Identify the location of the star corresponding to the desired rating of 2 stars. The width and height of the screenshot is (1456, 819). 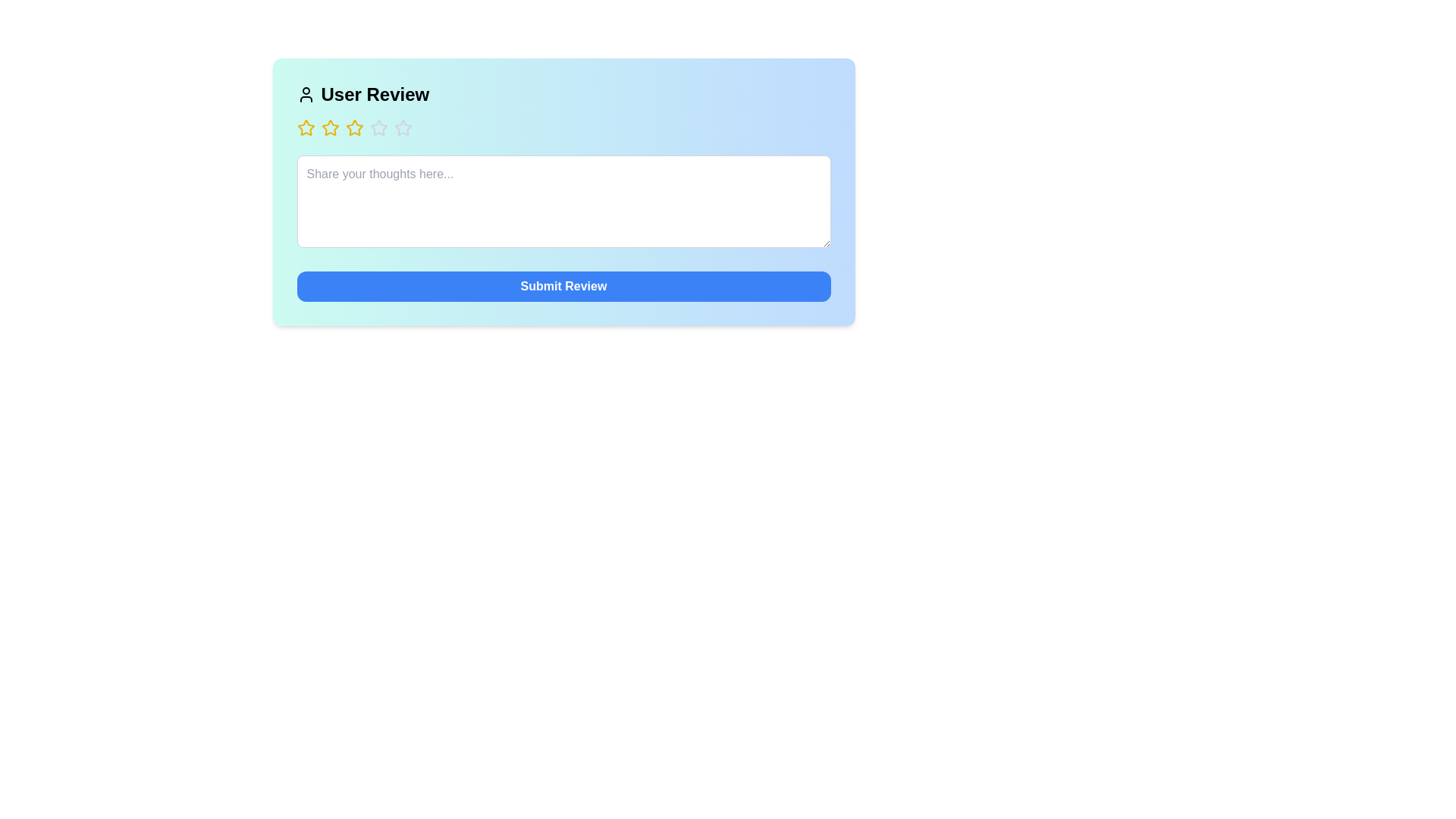
(329, 127).